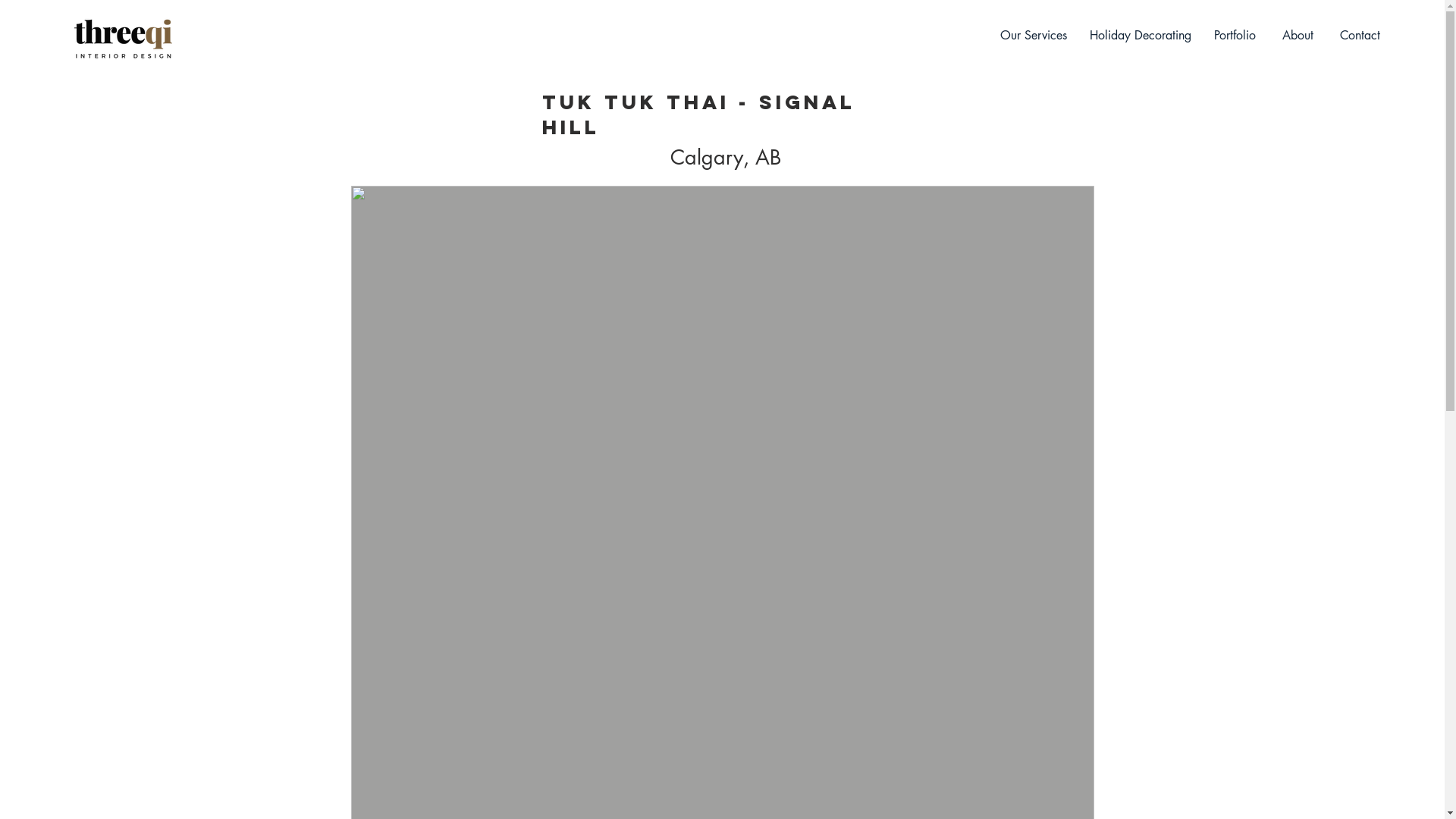 This screenshot has height=819, width=1456. I want to click on 'Our Services', so click(1033, 34).